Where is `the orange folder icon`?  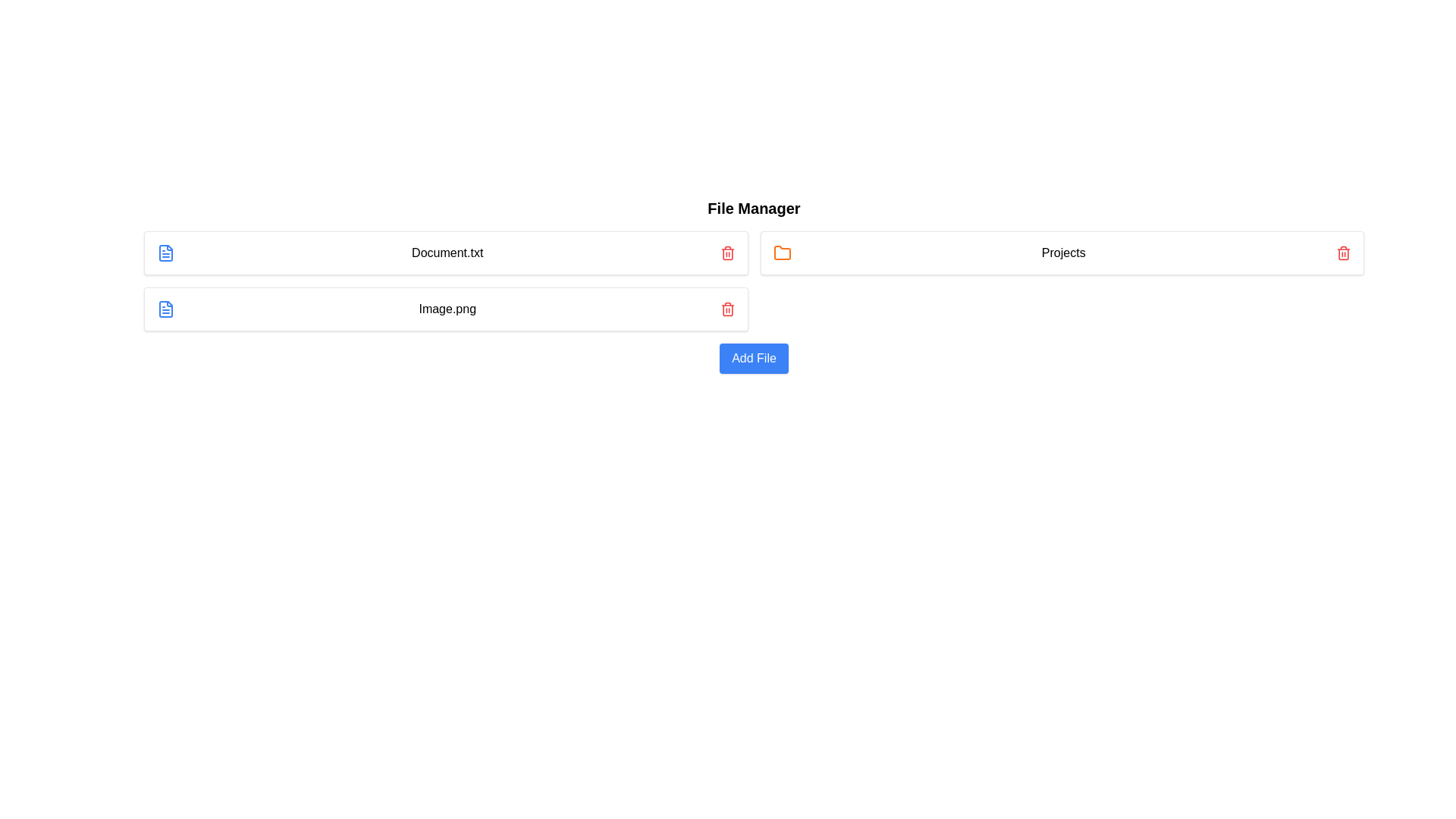 the orange folder icon is located at coordinates (782, 252).